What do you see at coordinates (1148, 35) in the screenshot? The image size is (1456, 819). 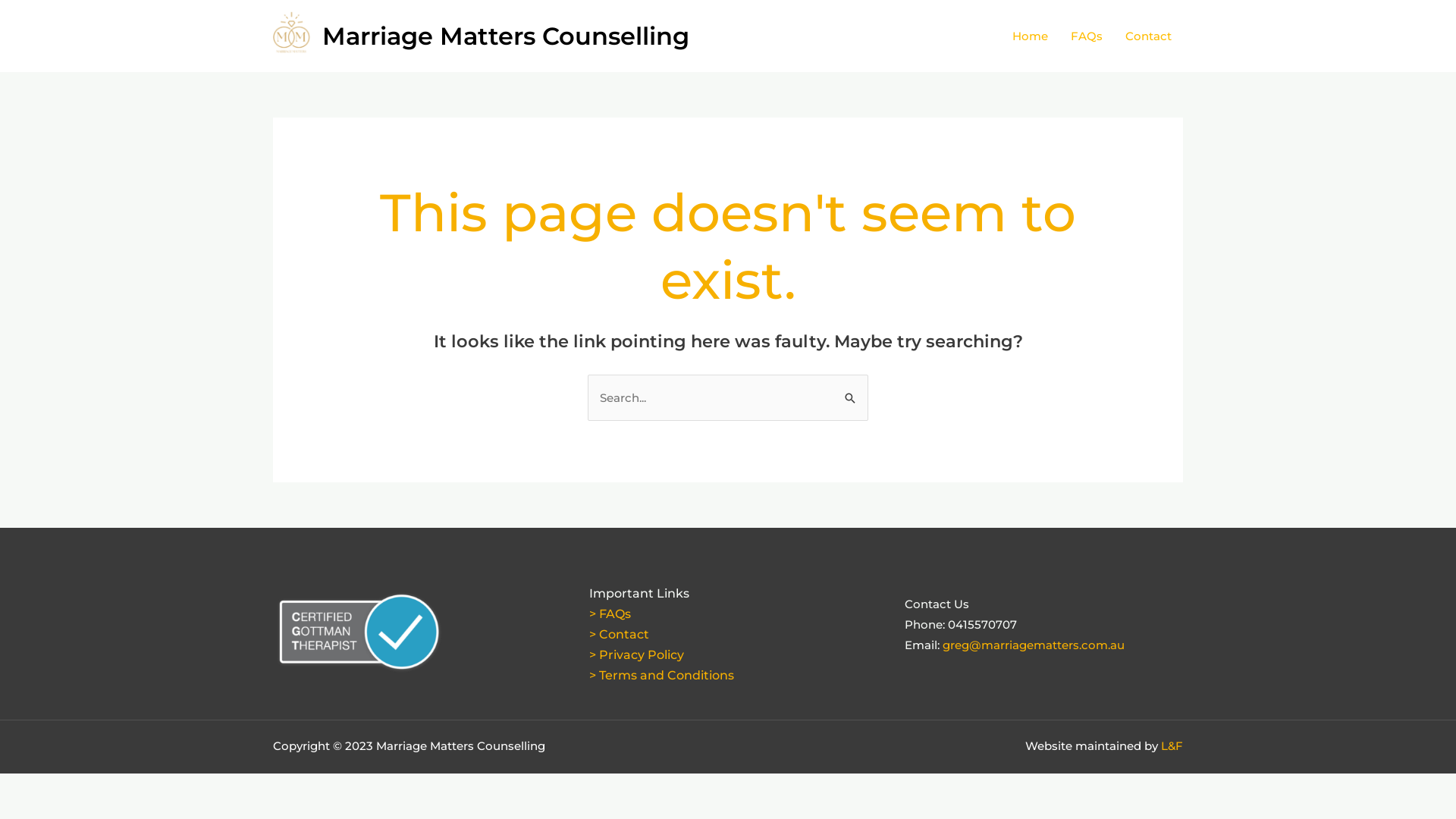 I see `'Contact'` at bounding box center [1148, 35].